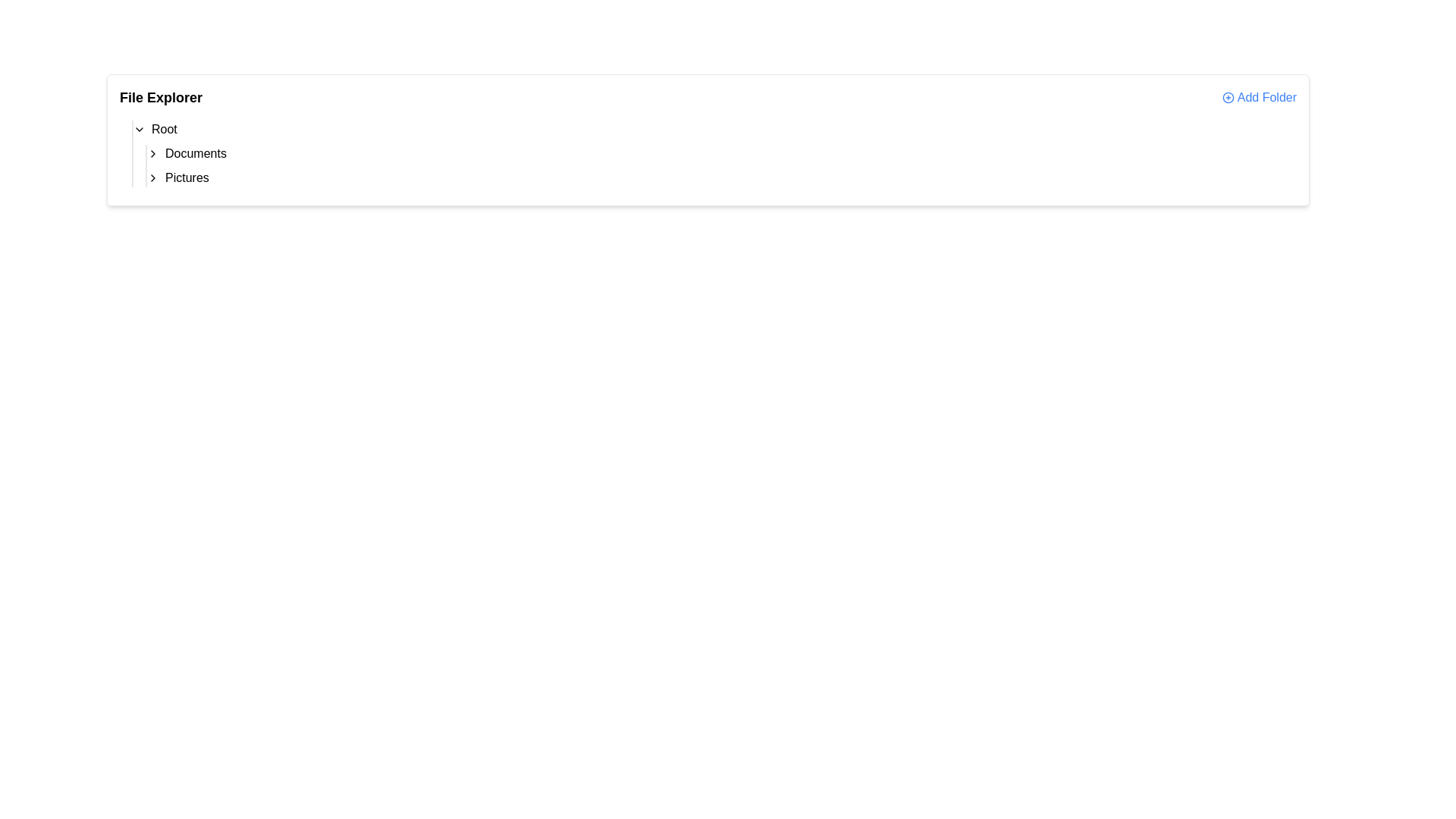 This screenshot has width=1456, height=819. Describe the element at coordinates (139, 128) in the screenshot. I see `the downward chevron dropdown indicator icon located to the left of the 'Root' label in the hierarchical file explorer interface` at that location.